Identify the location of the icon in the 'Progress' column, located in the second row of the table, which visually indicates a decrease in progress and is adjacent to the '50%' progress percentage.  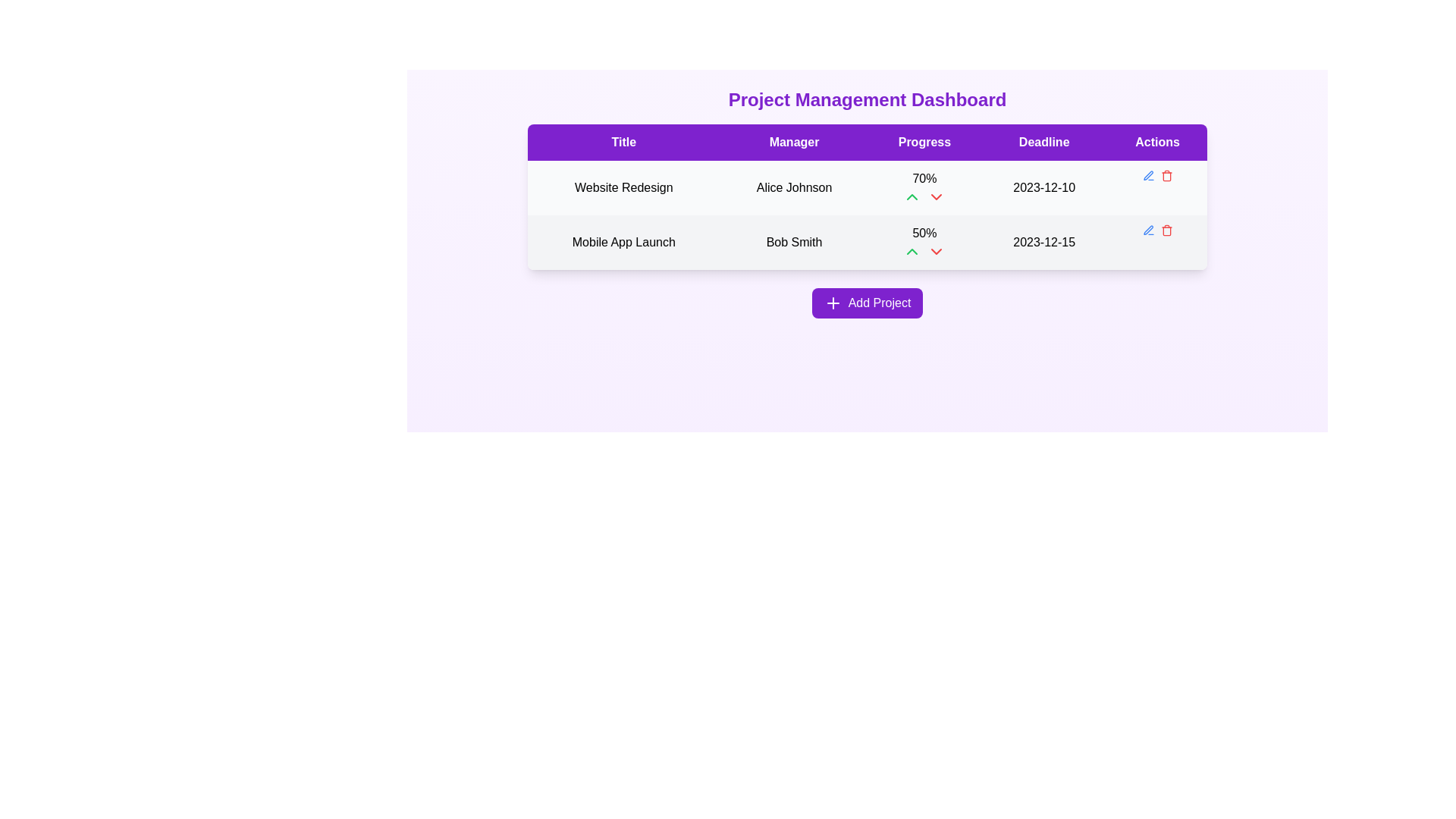
(936, 250).